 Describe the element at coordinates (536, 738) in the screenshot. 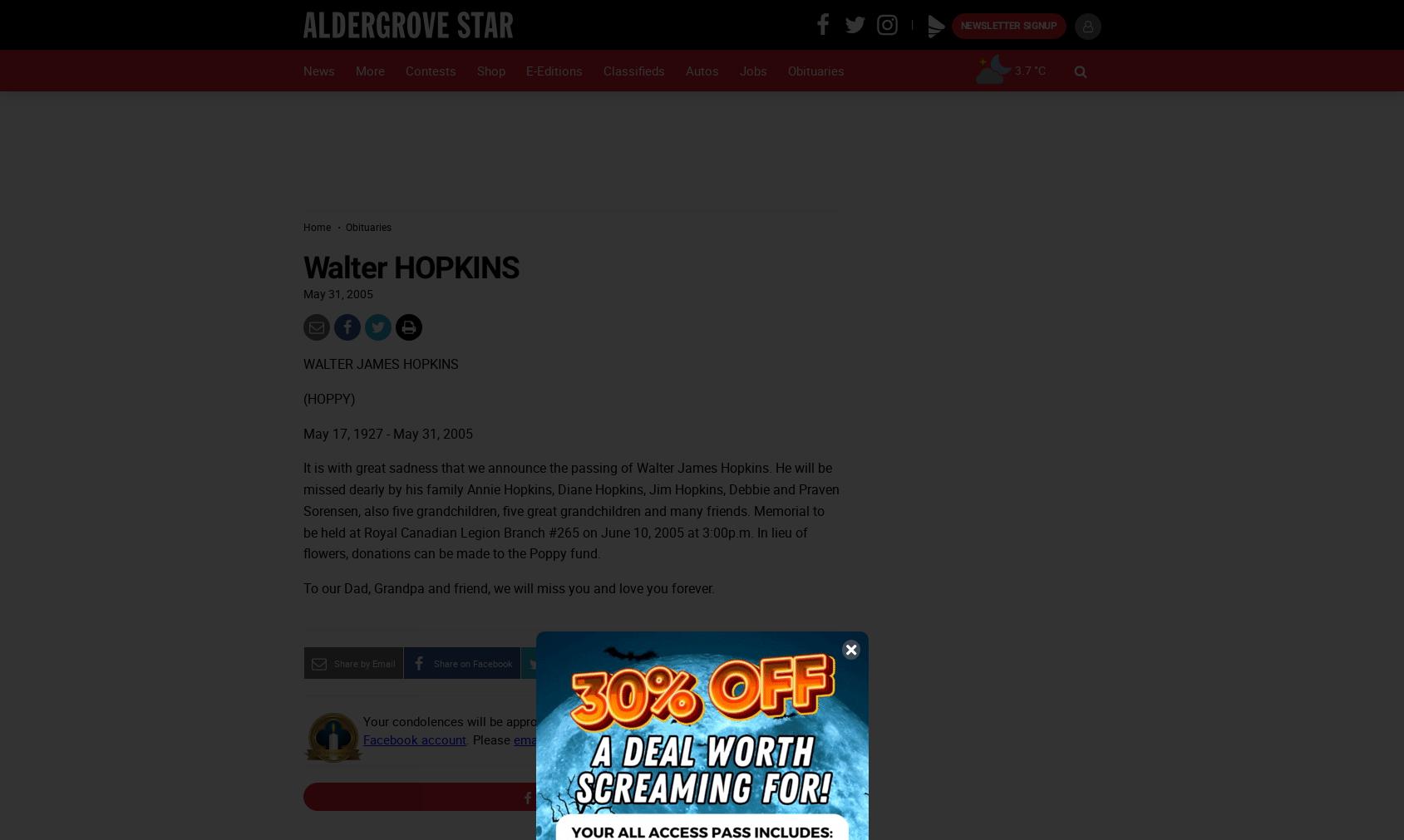

I see `'email us'` at that location.